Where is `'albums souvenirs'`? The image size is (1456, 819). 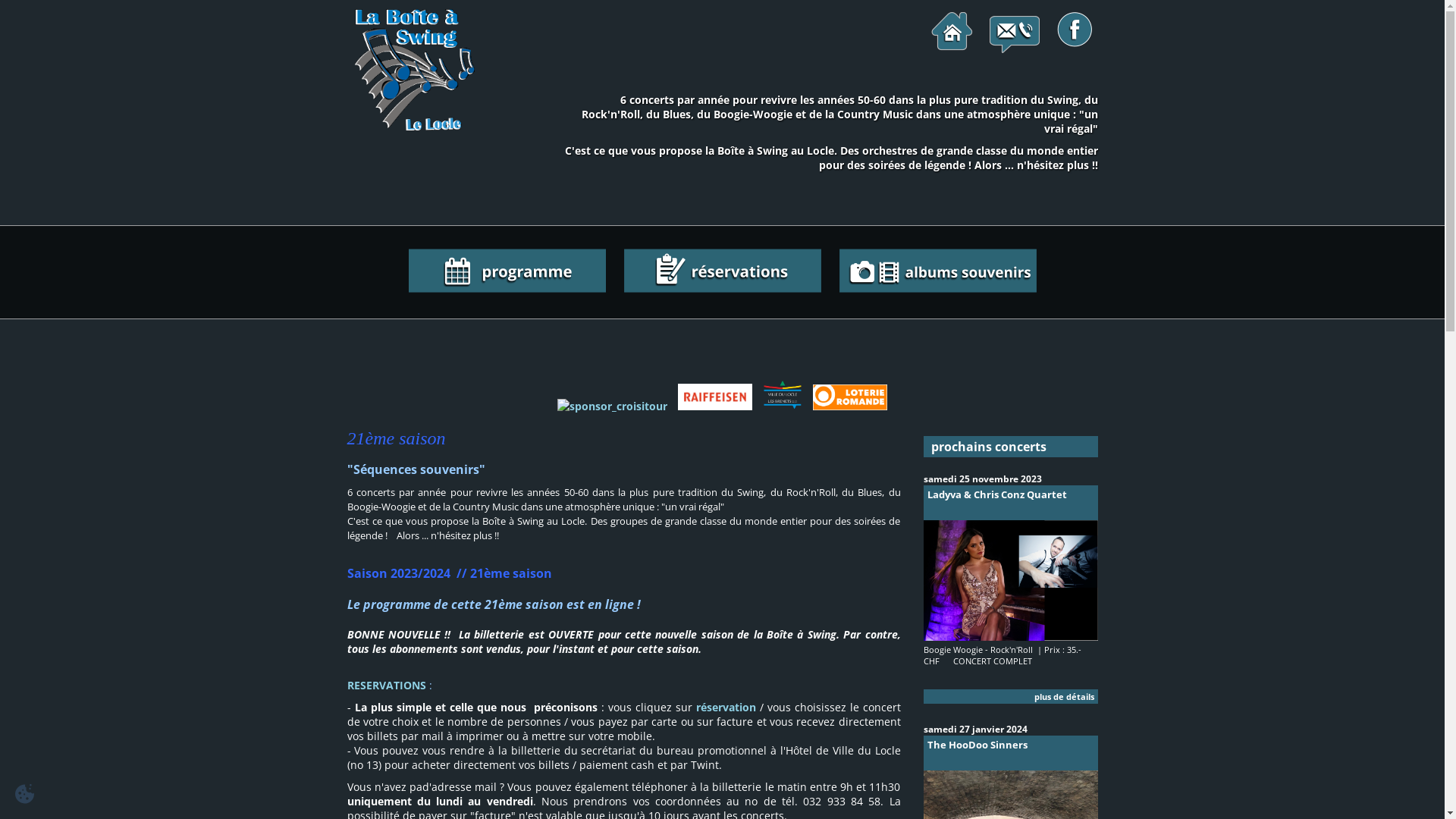 'albums souvenirs' is located at coordinates (937, 270).